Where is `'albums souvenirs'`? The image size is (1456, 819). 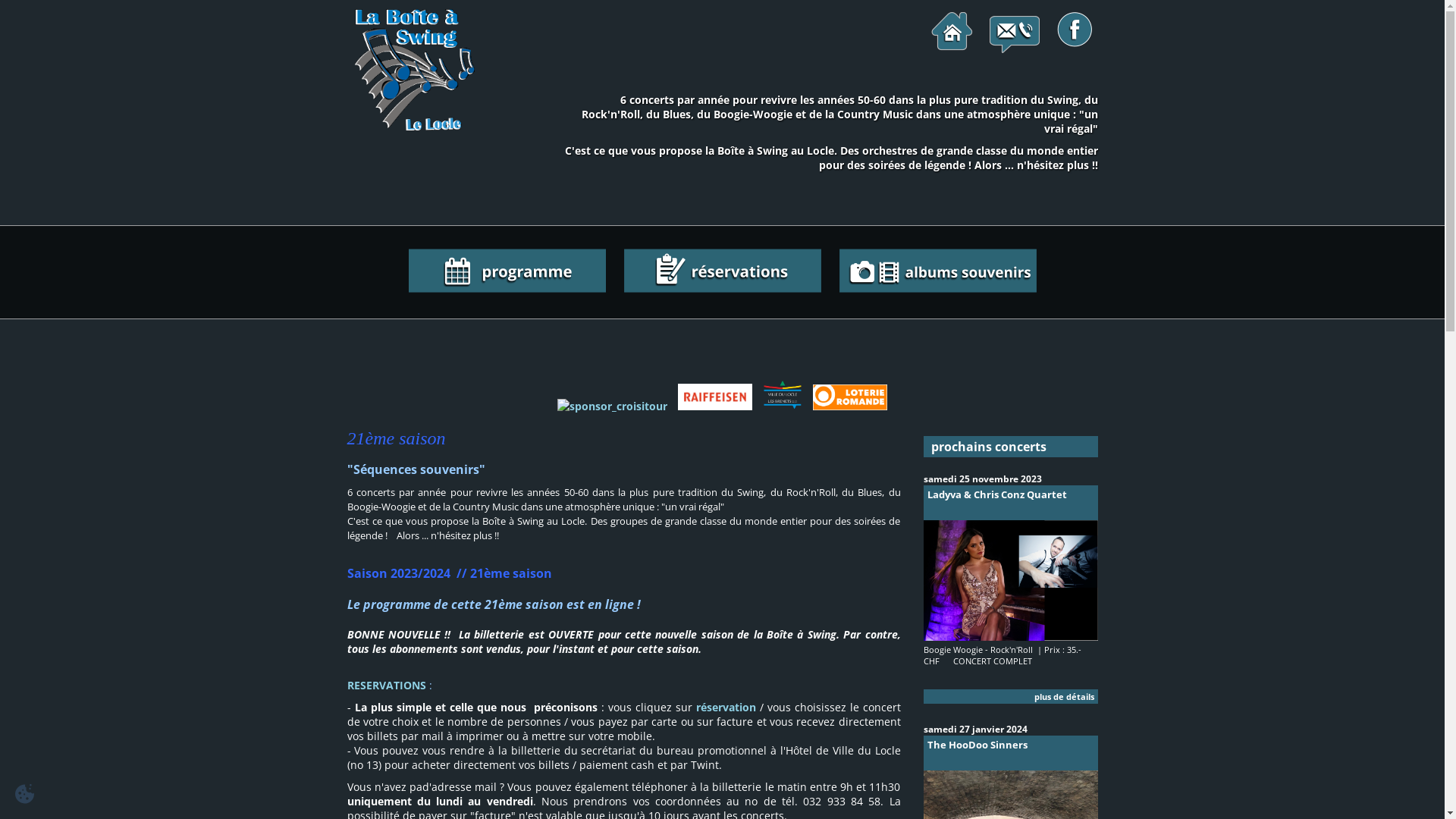 'albums souvenirs' is located at coordinates (937, 270).